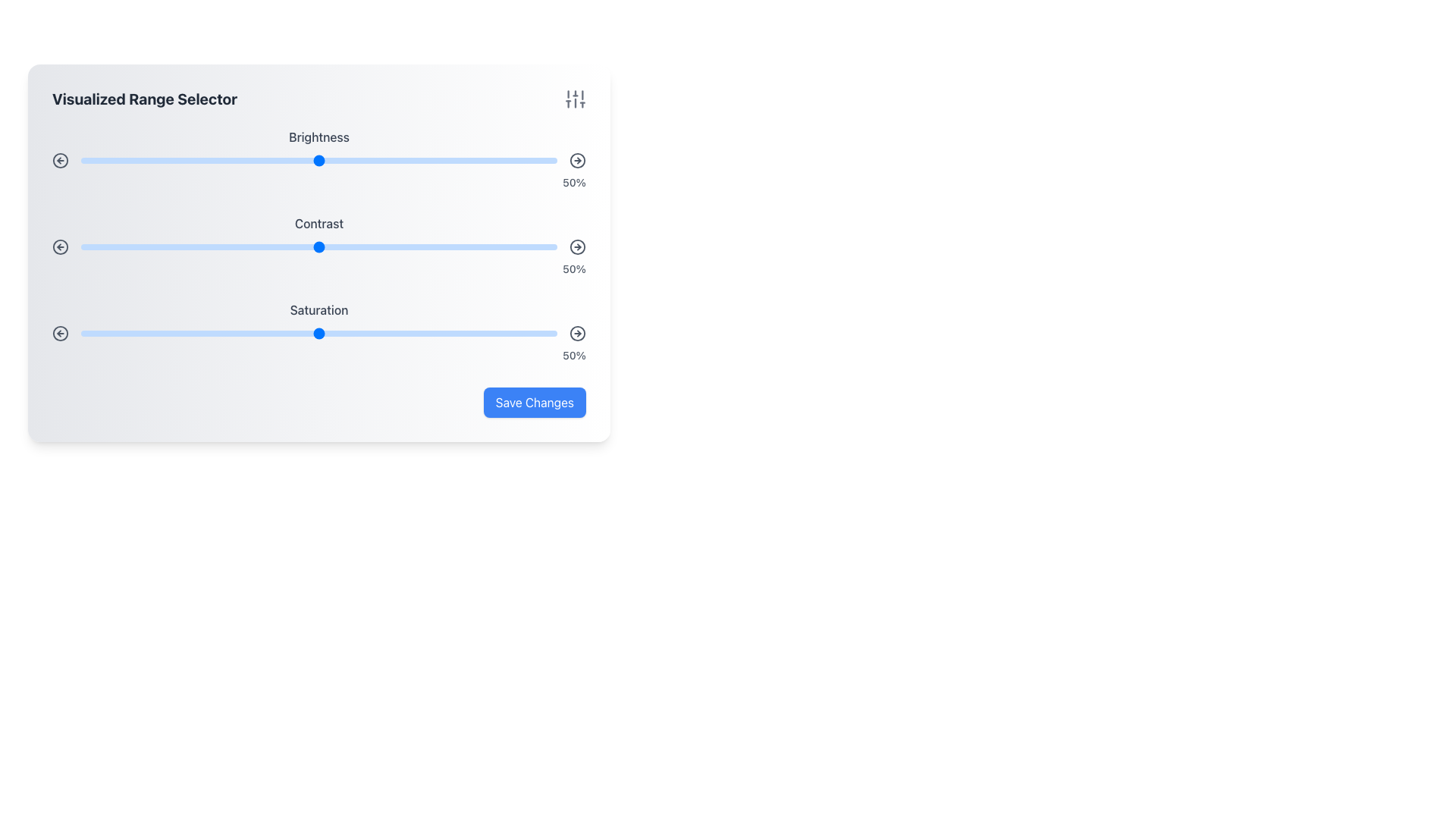  Describe the element at coordinates (152, 246) in the screenshot. I see `contrast` at that location.